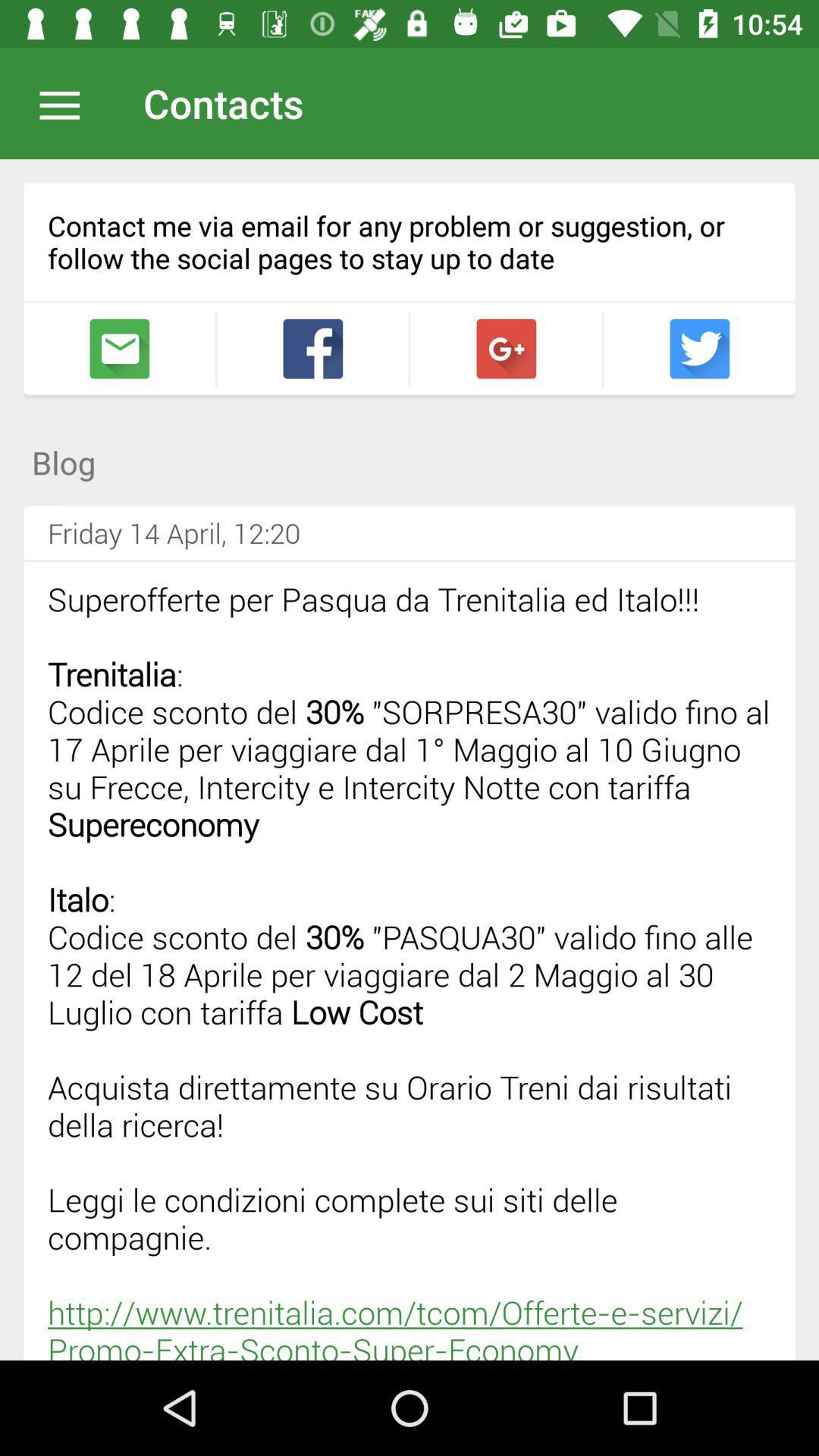 Image resolution: width=819 pixels, height=1456 pixels. I want to click on share to social media, so click(312, 348).